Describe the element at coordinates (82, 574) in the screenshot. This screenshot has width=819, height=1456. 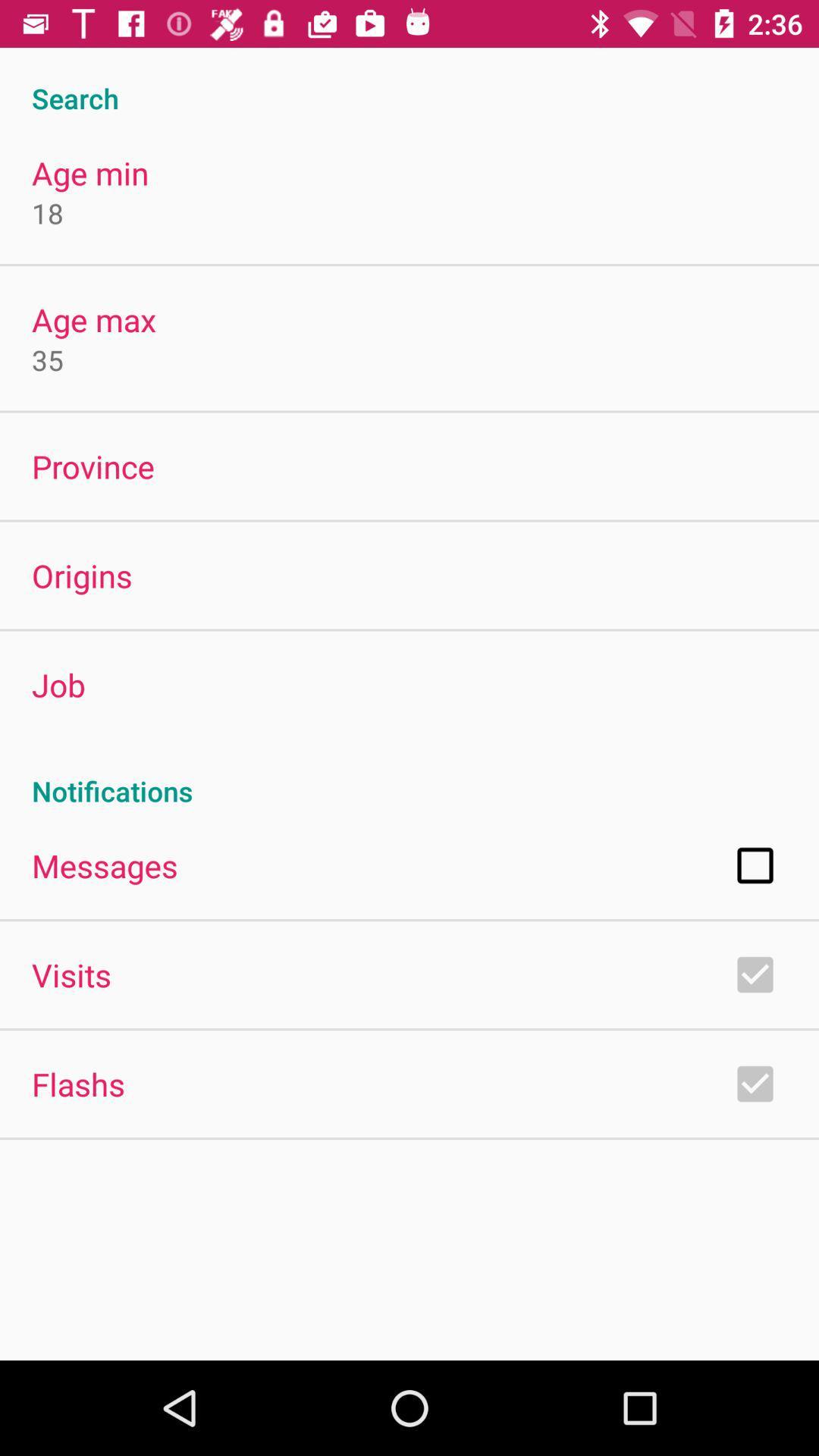
I see `origins app` at that location.